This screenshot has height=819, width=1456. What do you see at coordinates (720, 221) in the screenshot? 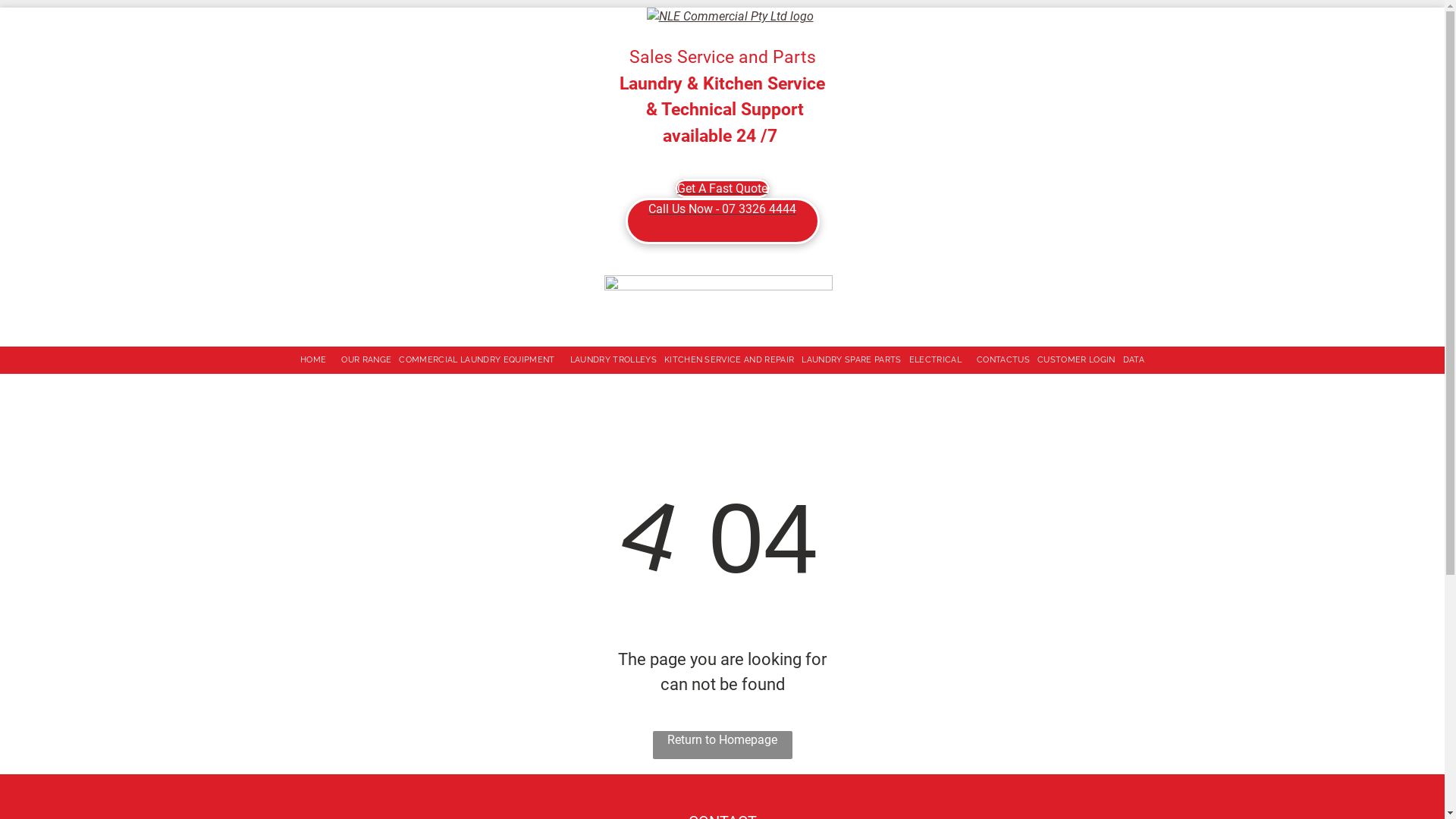
I see `'Call Us Now - 07 3326 4444'` at bounding box center [720, 221].